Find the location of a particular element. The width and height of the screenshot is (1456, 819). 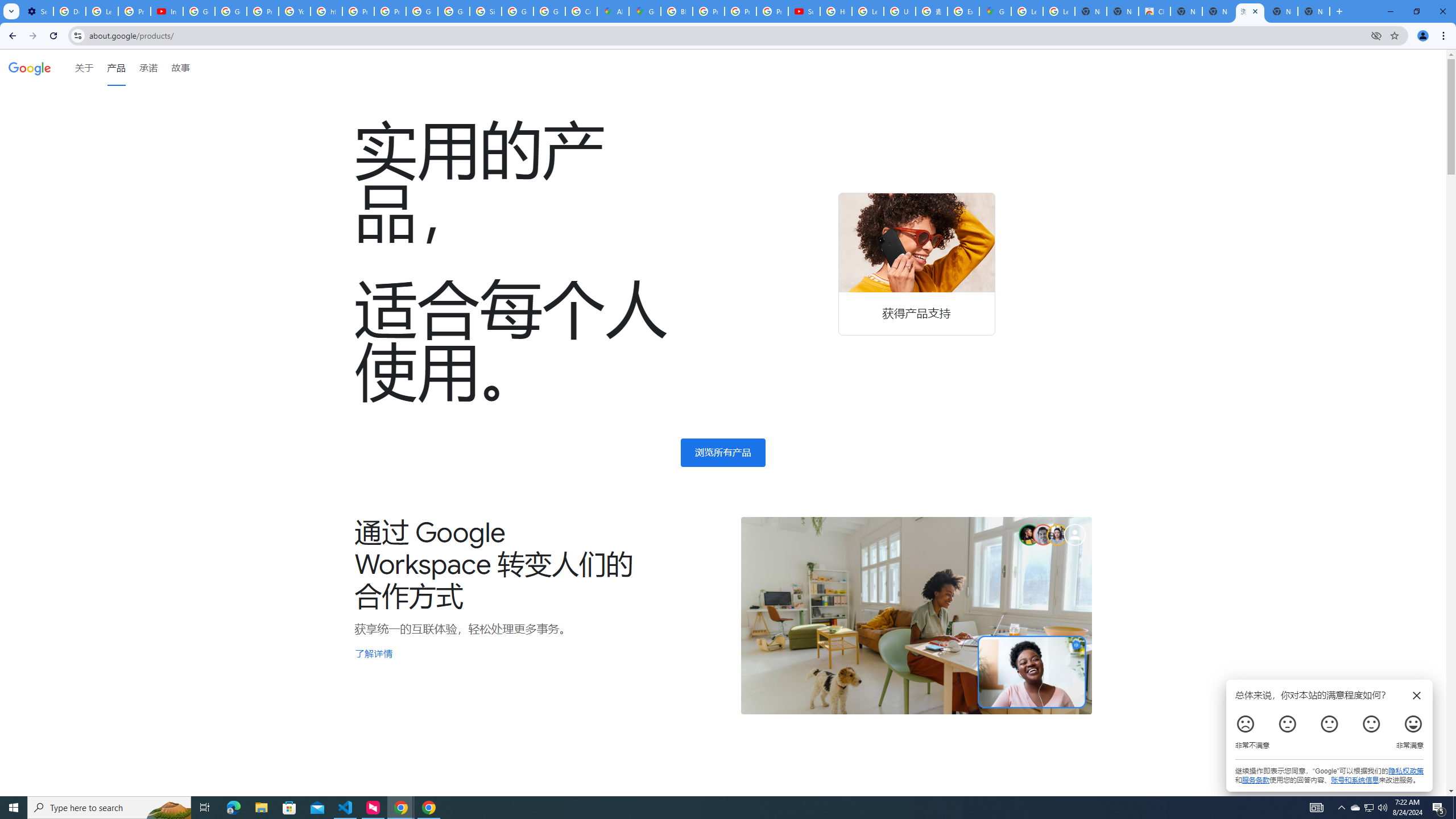

'Introduction | Google Privacy Policy - YouTube' is located at coordinates (167, 11).